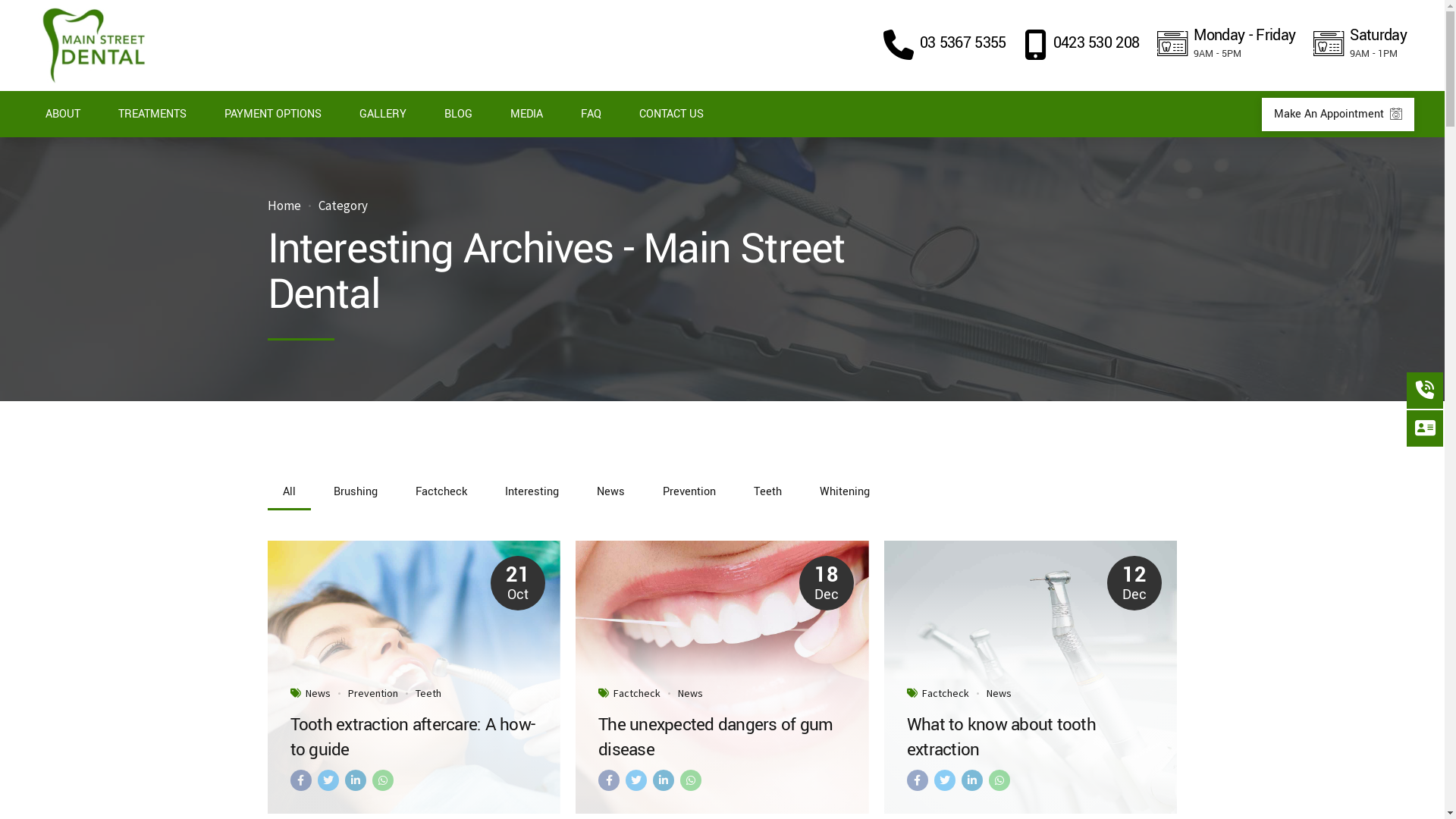 This screenshot has height=819, width=1456. What do you see at coordinates (266, 206) in the screenshot?
I see `'Home'` at bounding box center [266, 206].